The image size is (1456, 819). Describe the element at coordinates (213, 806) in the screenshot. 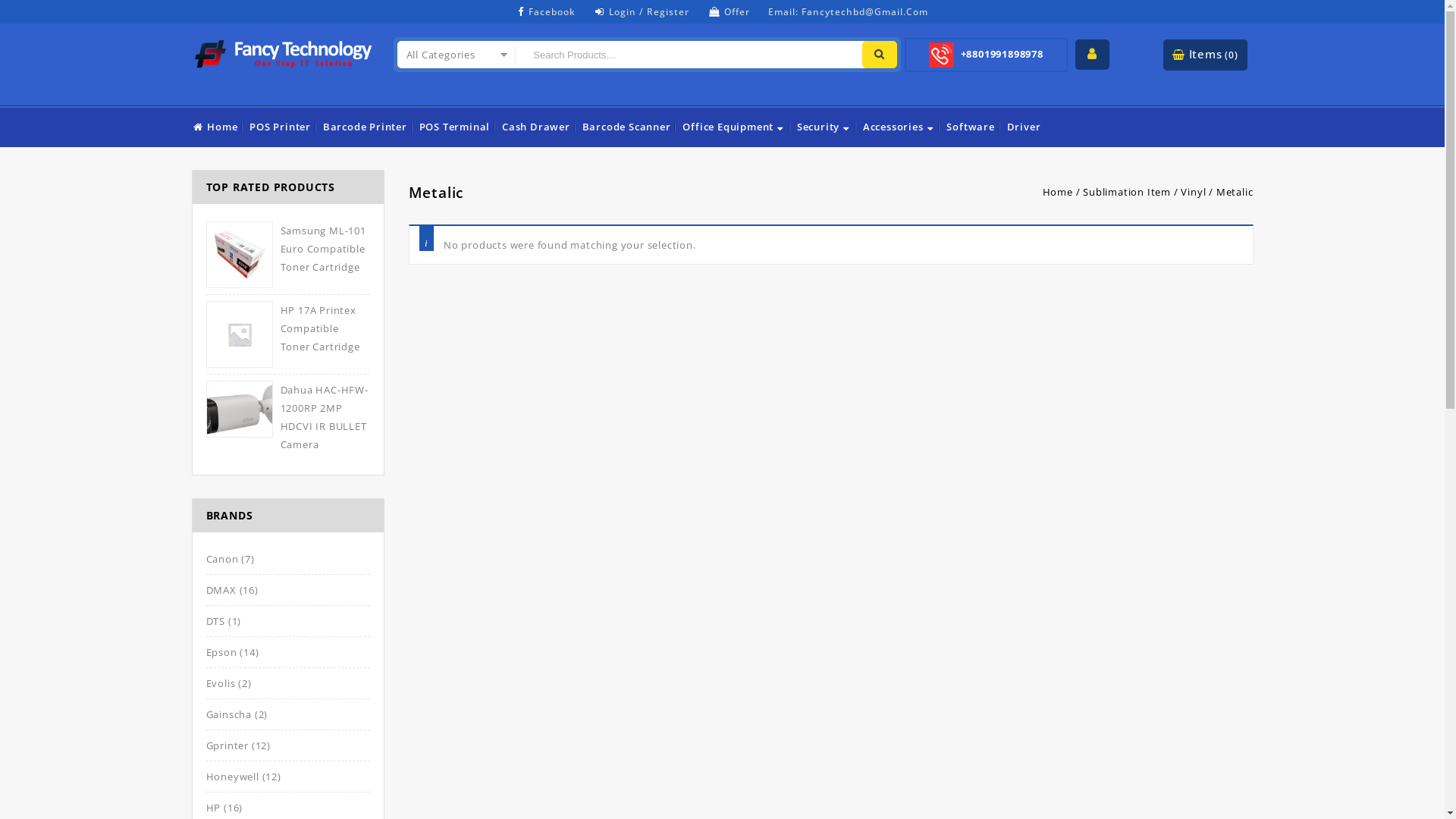

I see `'HP'` at that location.